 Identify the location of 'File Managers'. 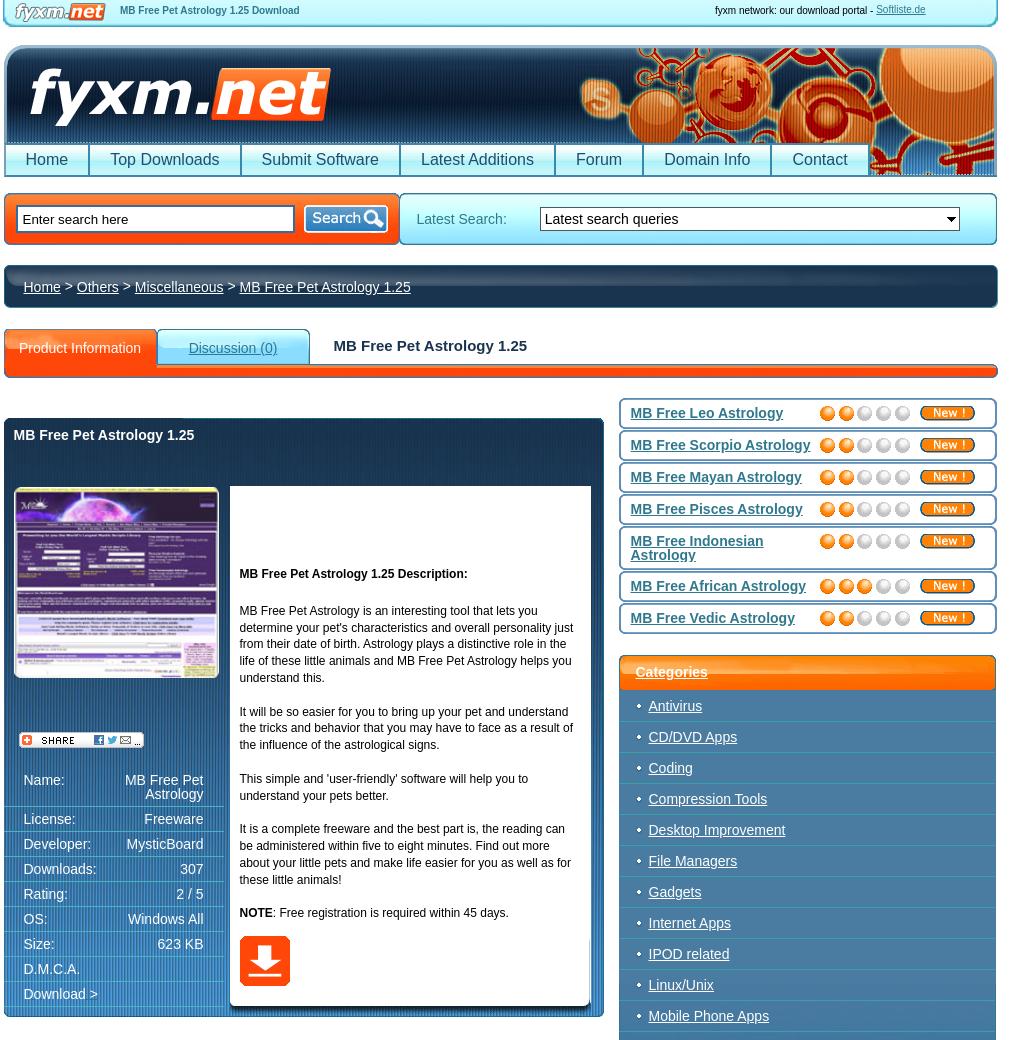
(691, 860).